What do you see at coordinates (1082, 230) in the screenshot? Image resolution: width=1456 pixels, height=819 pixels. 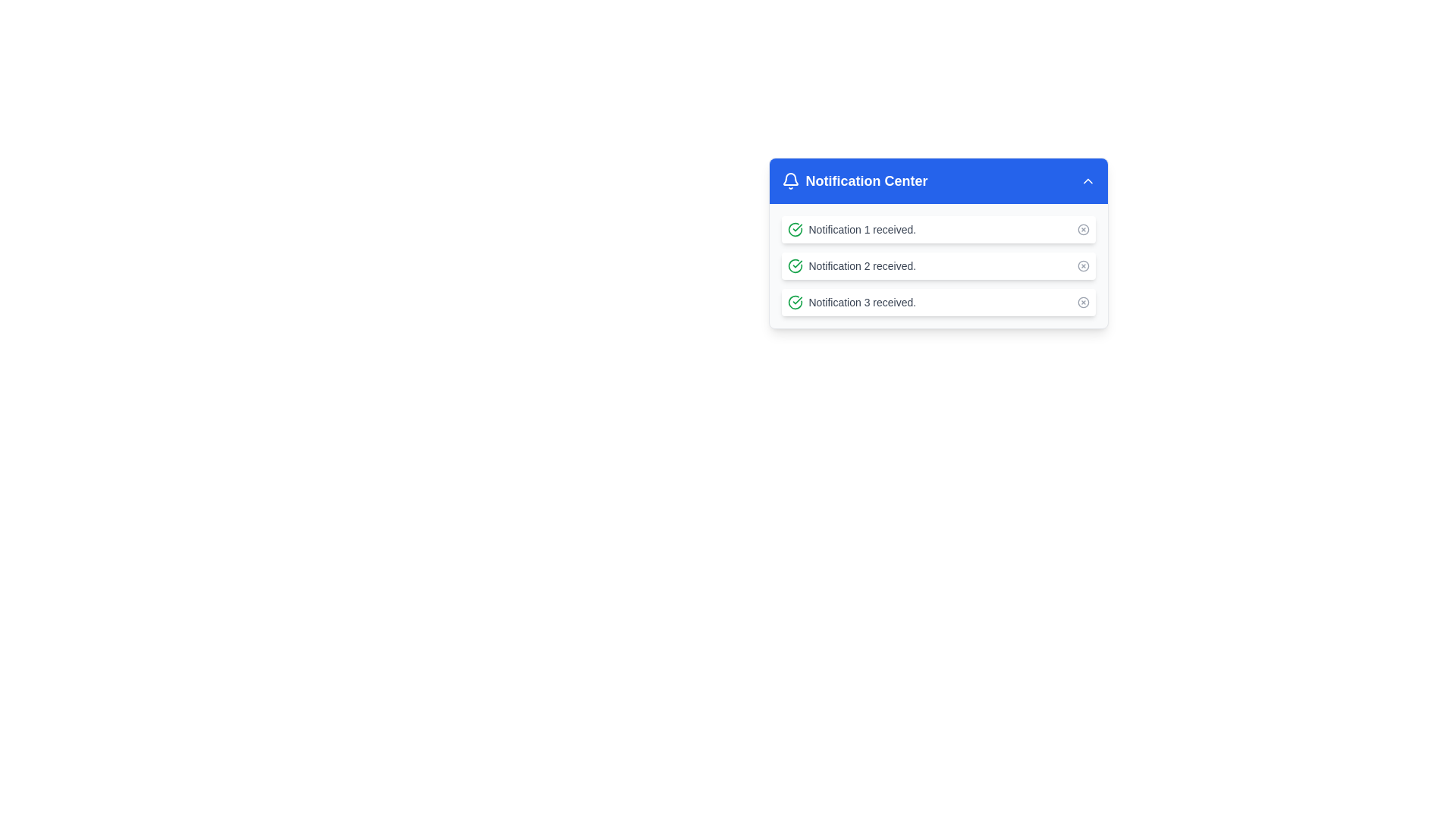 I see `the dismiss button located on the far right side of the 'Notification 1 received.' row` at bounding box center [1082, 230].